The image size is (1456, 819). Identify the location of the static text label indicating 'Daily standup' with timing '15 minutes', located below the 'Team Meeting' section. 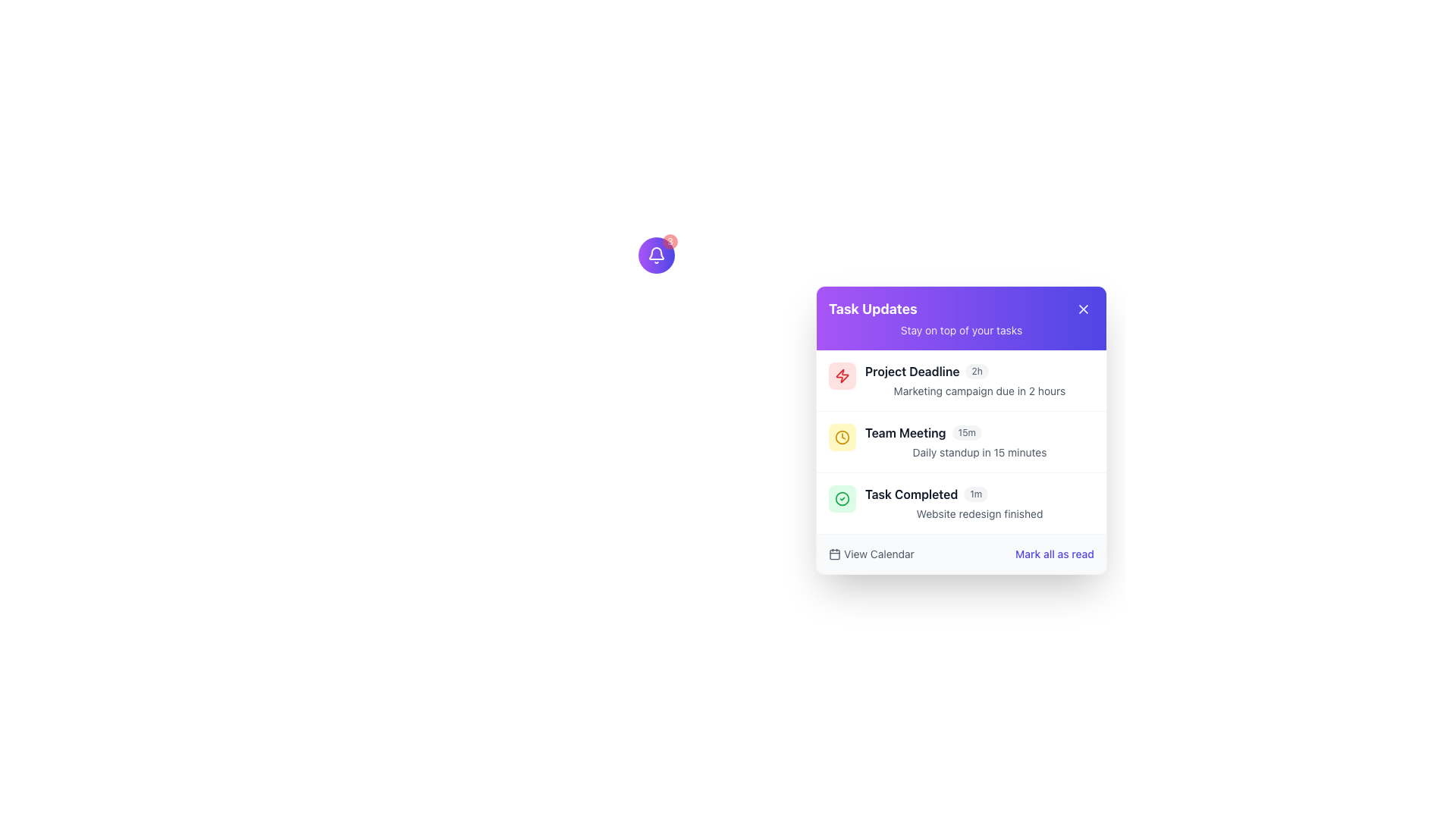
(979, 452).